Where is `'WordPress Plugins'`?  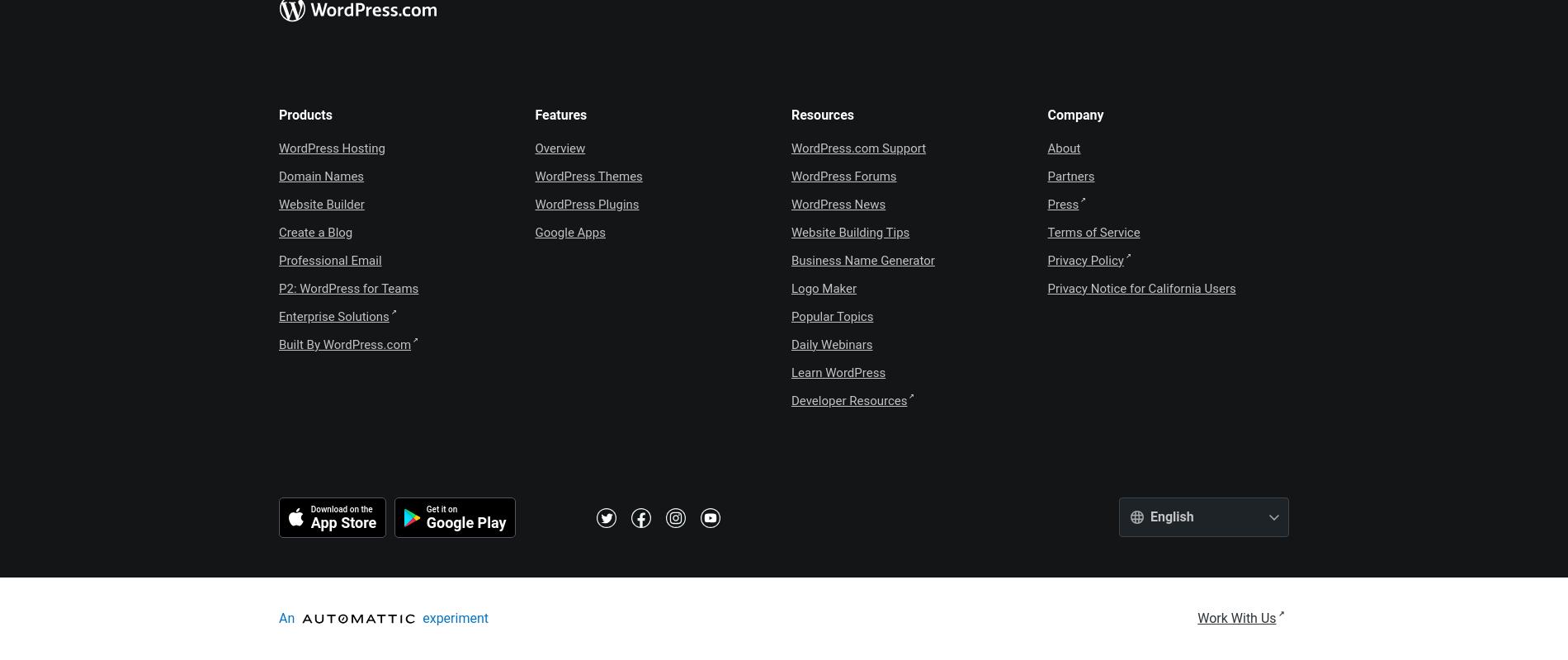 'WordPress Plugins' is located at coordinates (586, 202).